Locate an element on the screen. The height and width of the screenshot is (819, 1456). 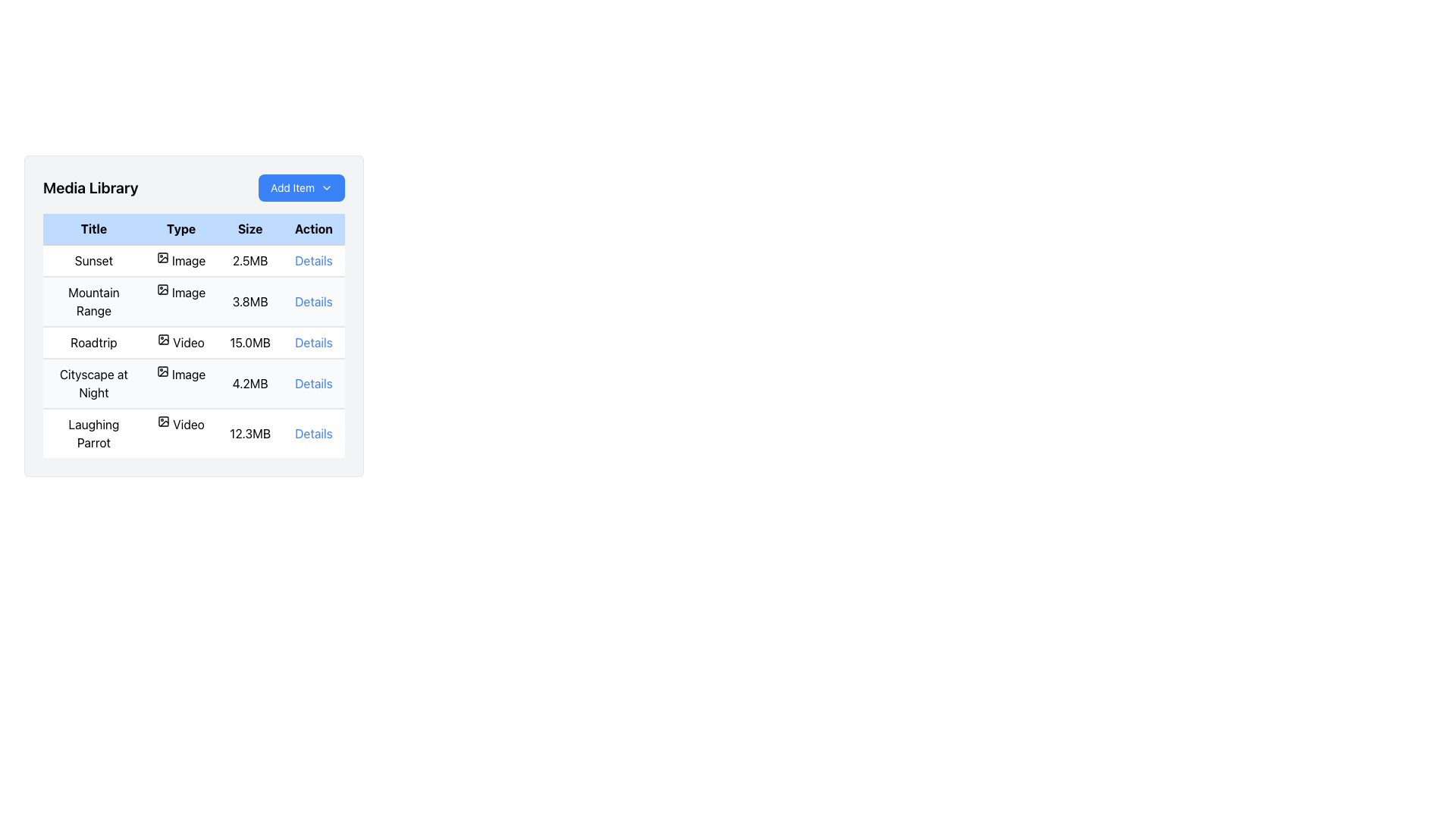
the interactive text hyperlink in the 'Action' column of the 'Media Library' table that leads to more information about 'Cityscape at Night' is located at coordinates (312, 382).